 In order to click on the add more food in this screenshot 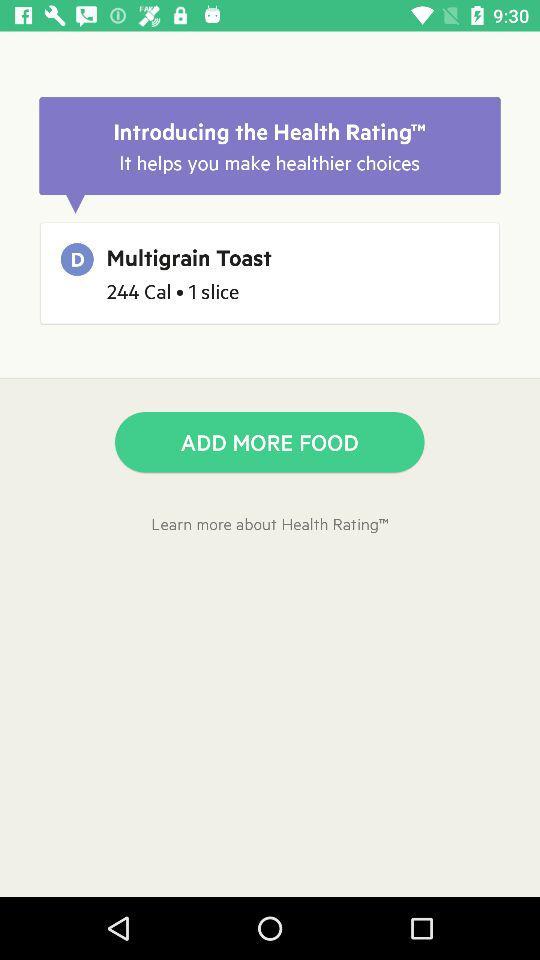, I will do `click(269, 442)`.